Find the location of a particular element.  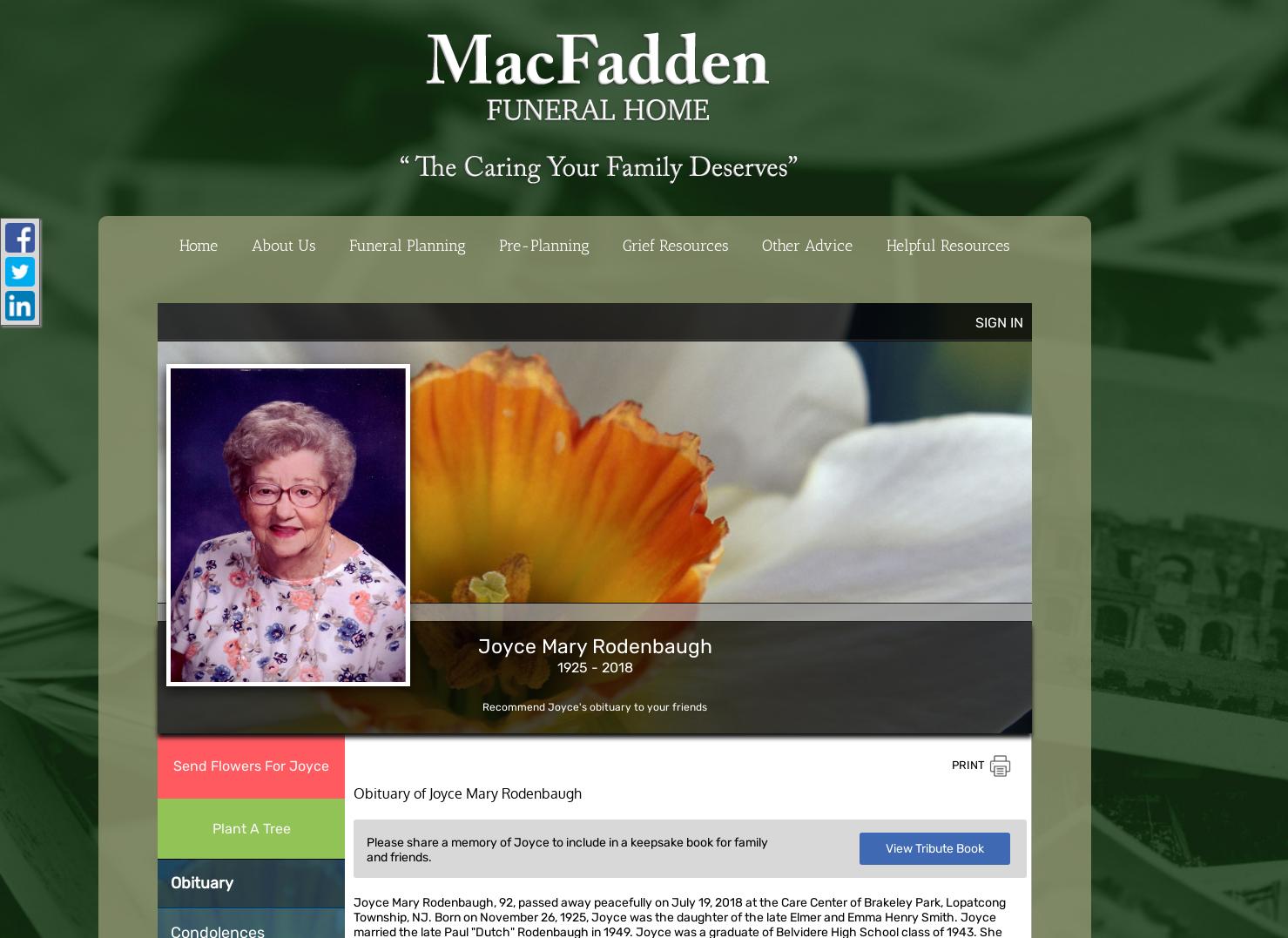

'1925 - 2018' is located at coordinates (594, 665).